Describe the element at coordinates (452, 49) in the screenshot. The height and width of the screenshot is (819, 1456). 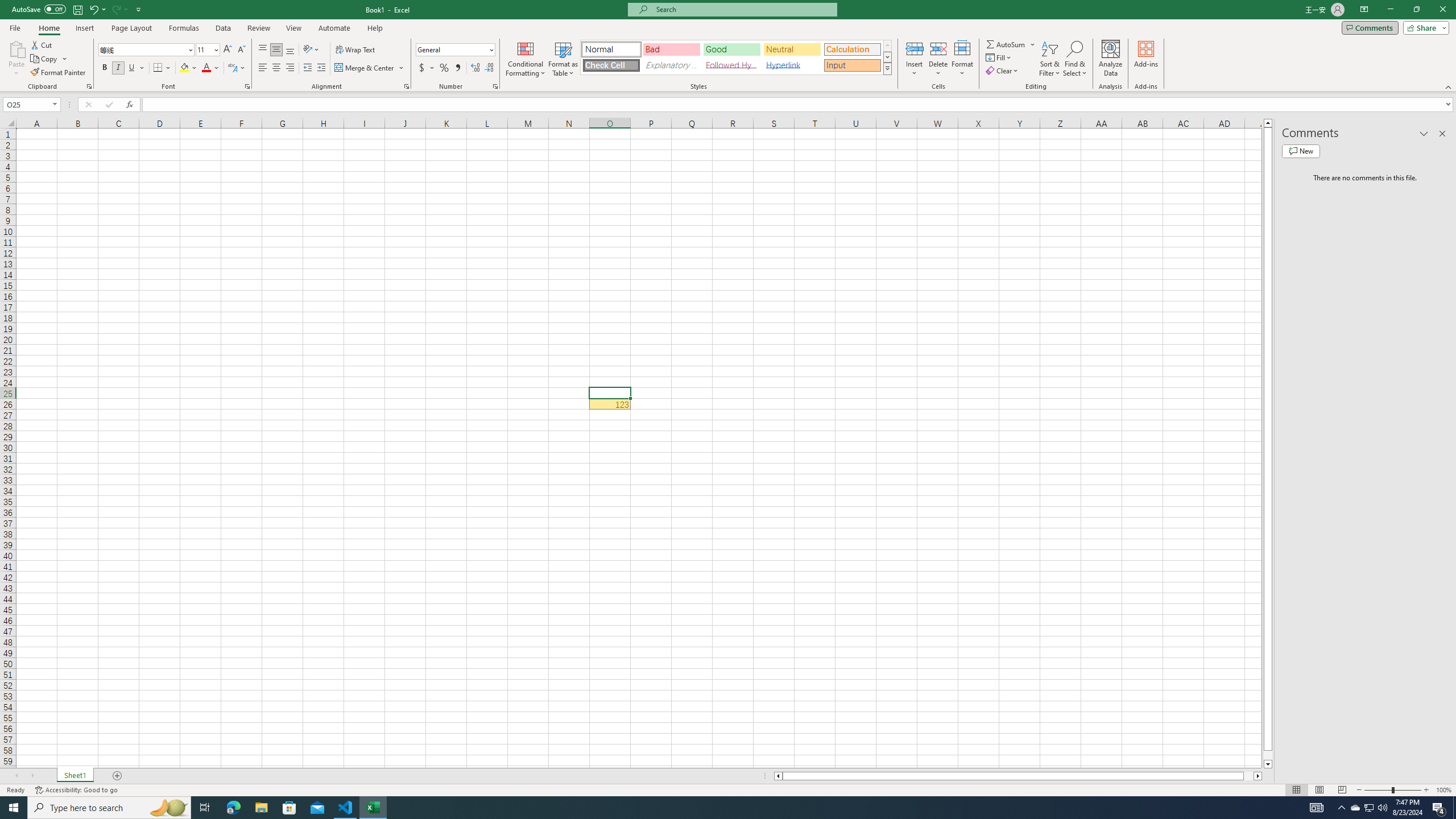
I see `'Number Format'` at that location.